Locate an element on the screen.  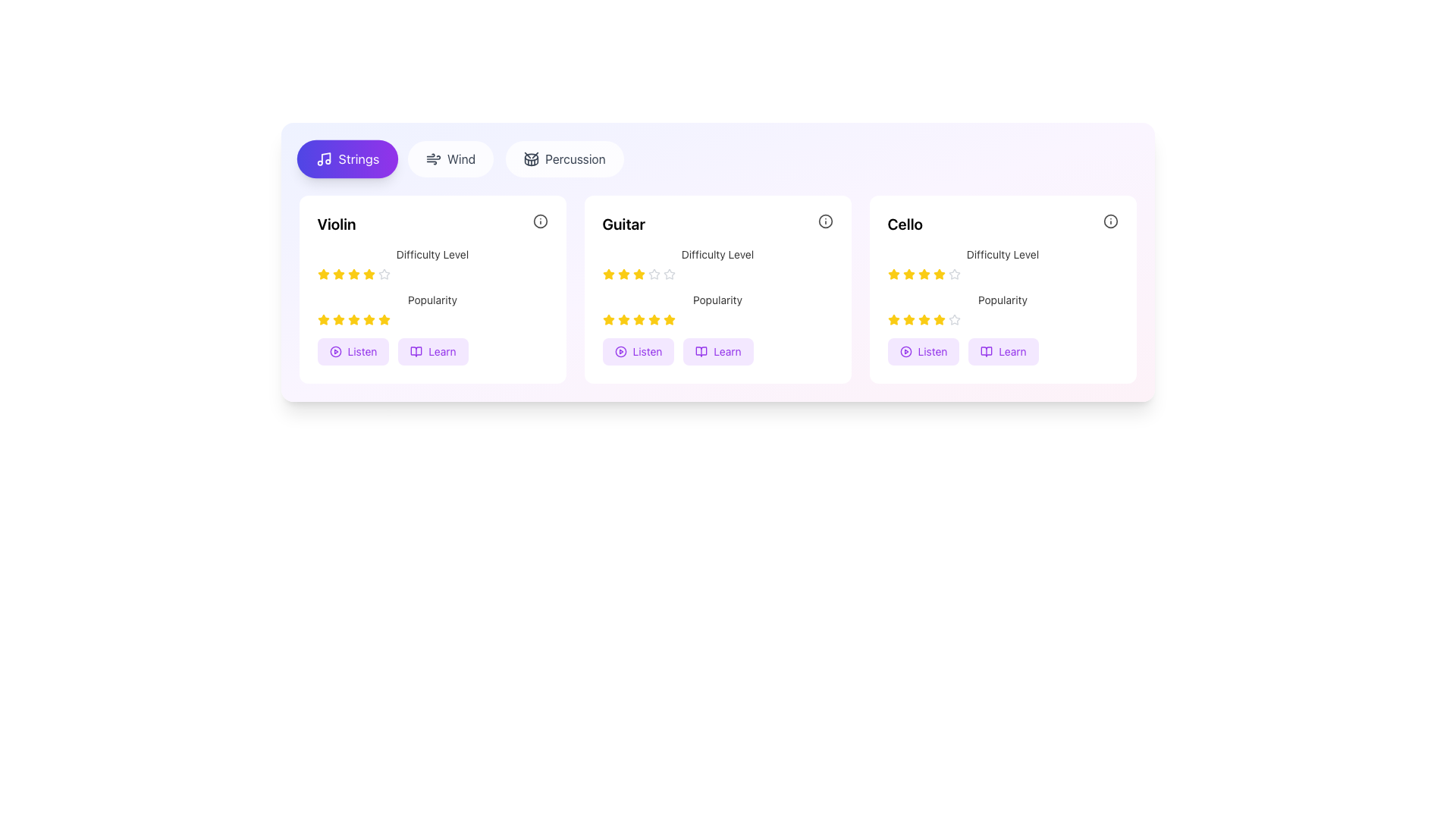
the fourth golden-yellow rating star icon located under the 'Popularity' label in the 'Cello' card to interact with the rating is located at coordinates (923, 318).